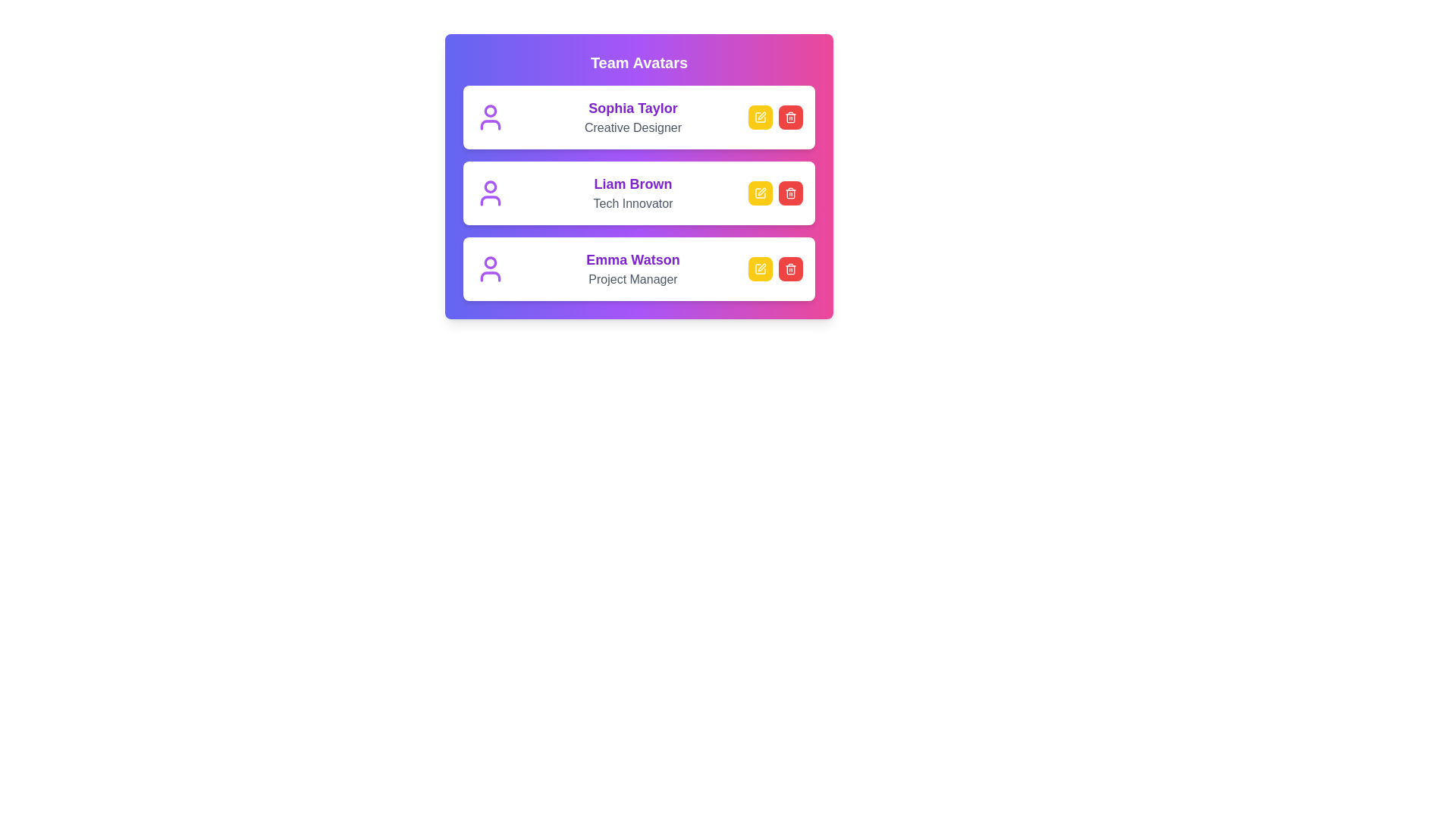 This screenshot has height=819, width=1456. Describe the element at coordinates (789, 192) in the screenshot. I see `the trash icon button with a bold red background, located at the rightmost portion of the action button group for 'Liam Brown'` at that location.